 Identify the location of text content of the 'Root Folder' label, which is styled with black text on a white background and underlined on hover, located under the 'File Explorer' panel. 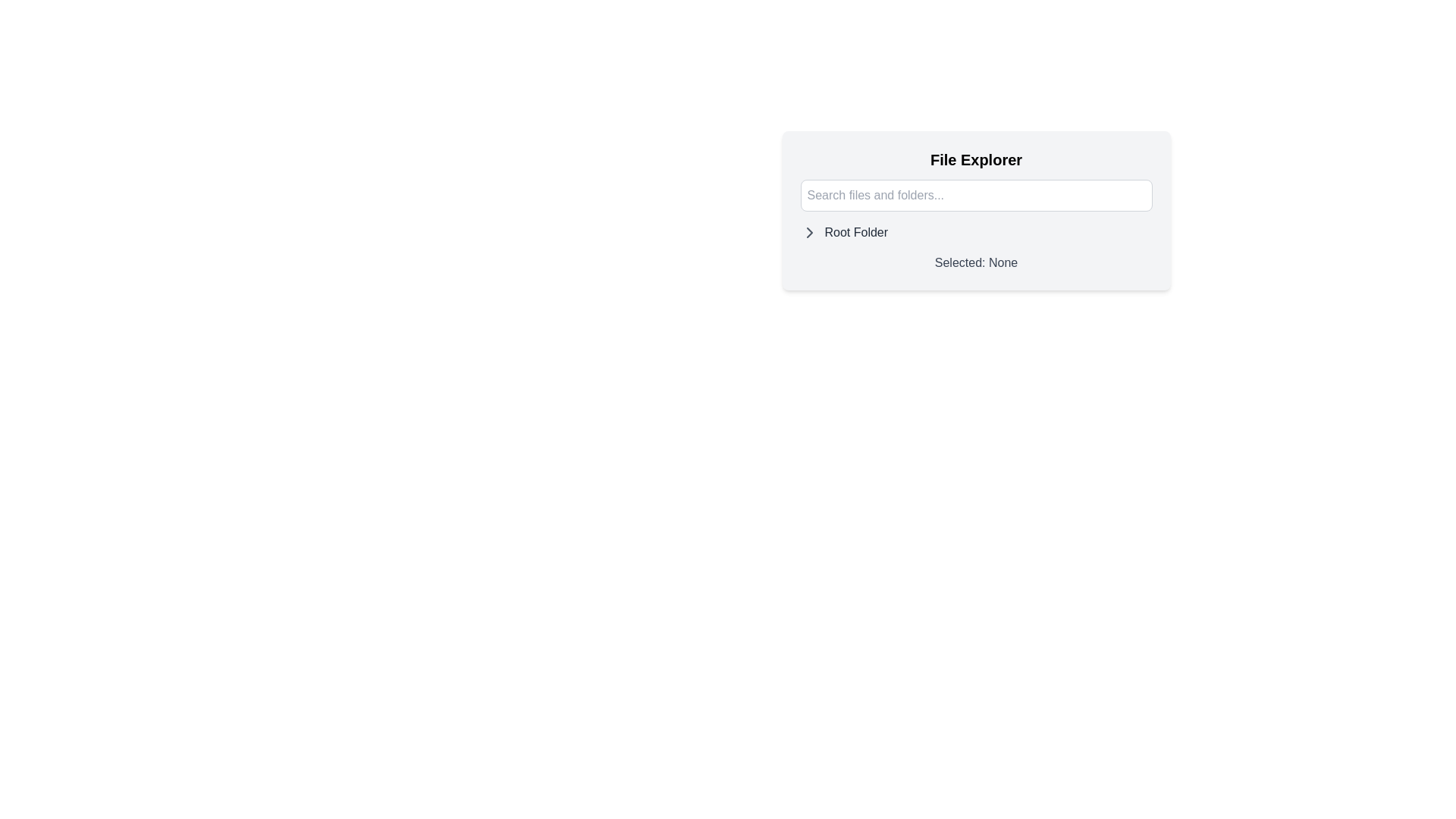
(856, 233).